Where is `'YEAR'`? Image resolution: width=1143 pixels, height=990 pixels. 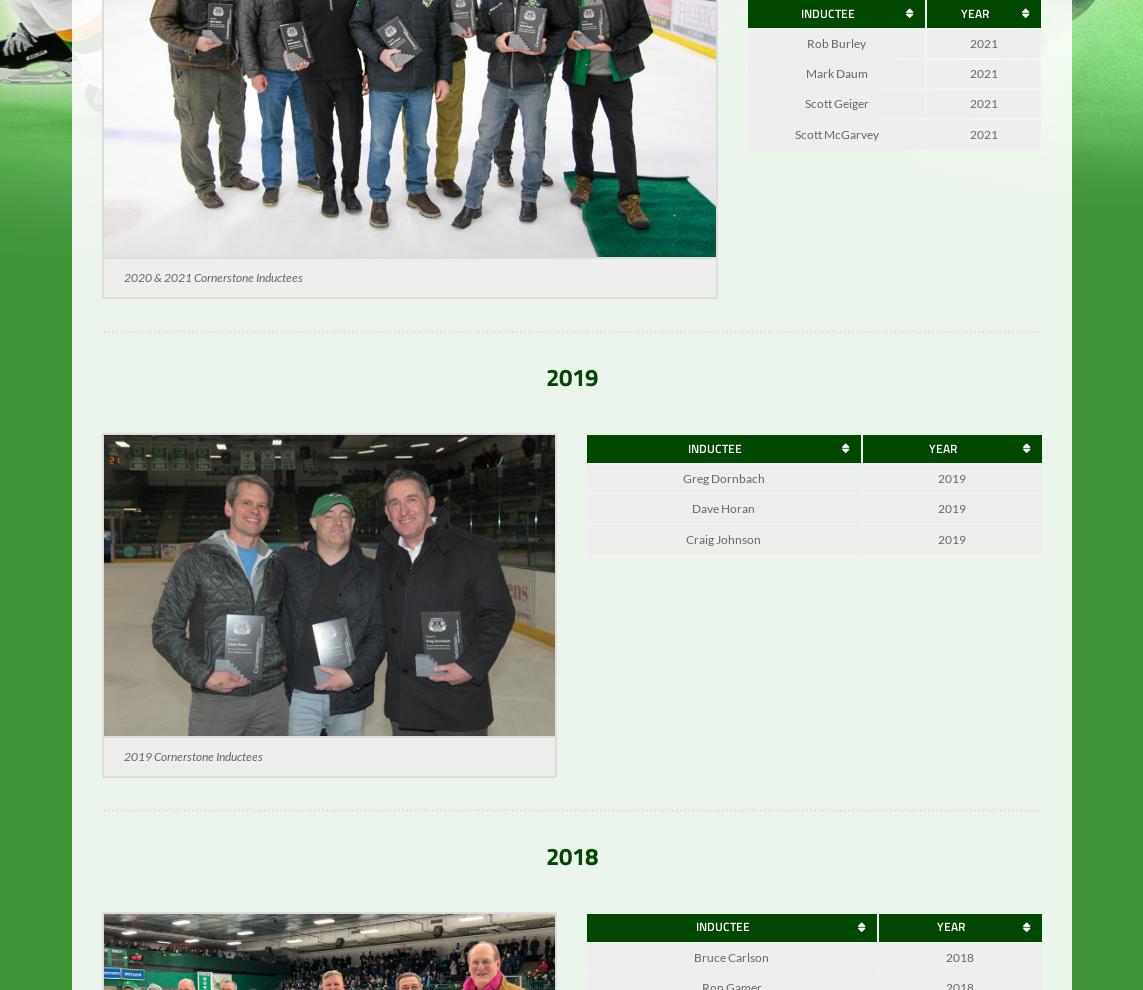 'YEAR' is located at coordinates (974, 25).